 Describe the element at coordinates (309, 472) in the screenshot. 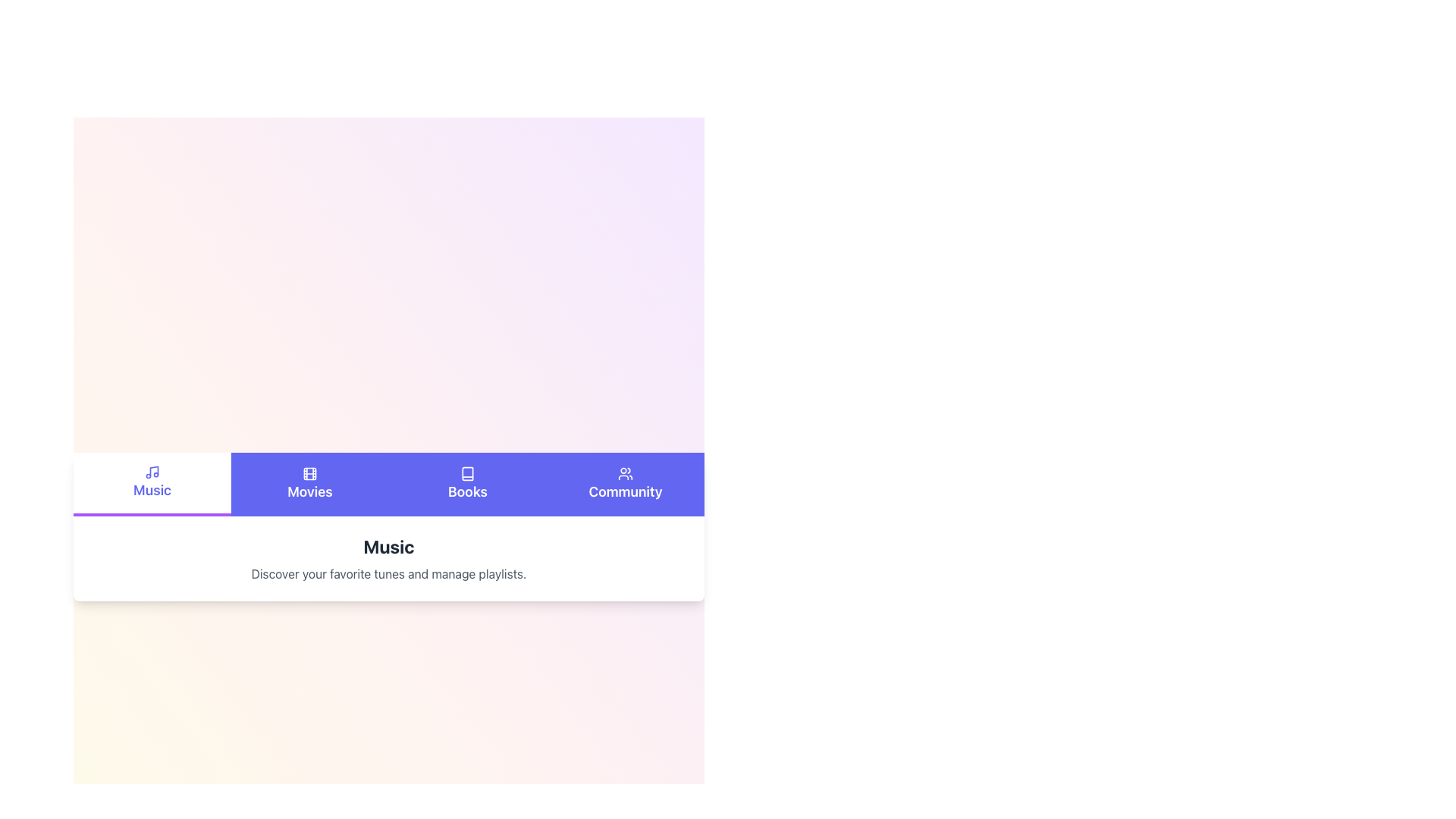

I see `the 'Movies' icon (SVG) located in the horizontal navigation bar above the 'Movies' text, centered between the 'Music' and 'Books' sections` at that location.